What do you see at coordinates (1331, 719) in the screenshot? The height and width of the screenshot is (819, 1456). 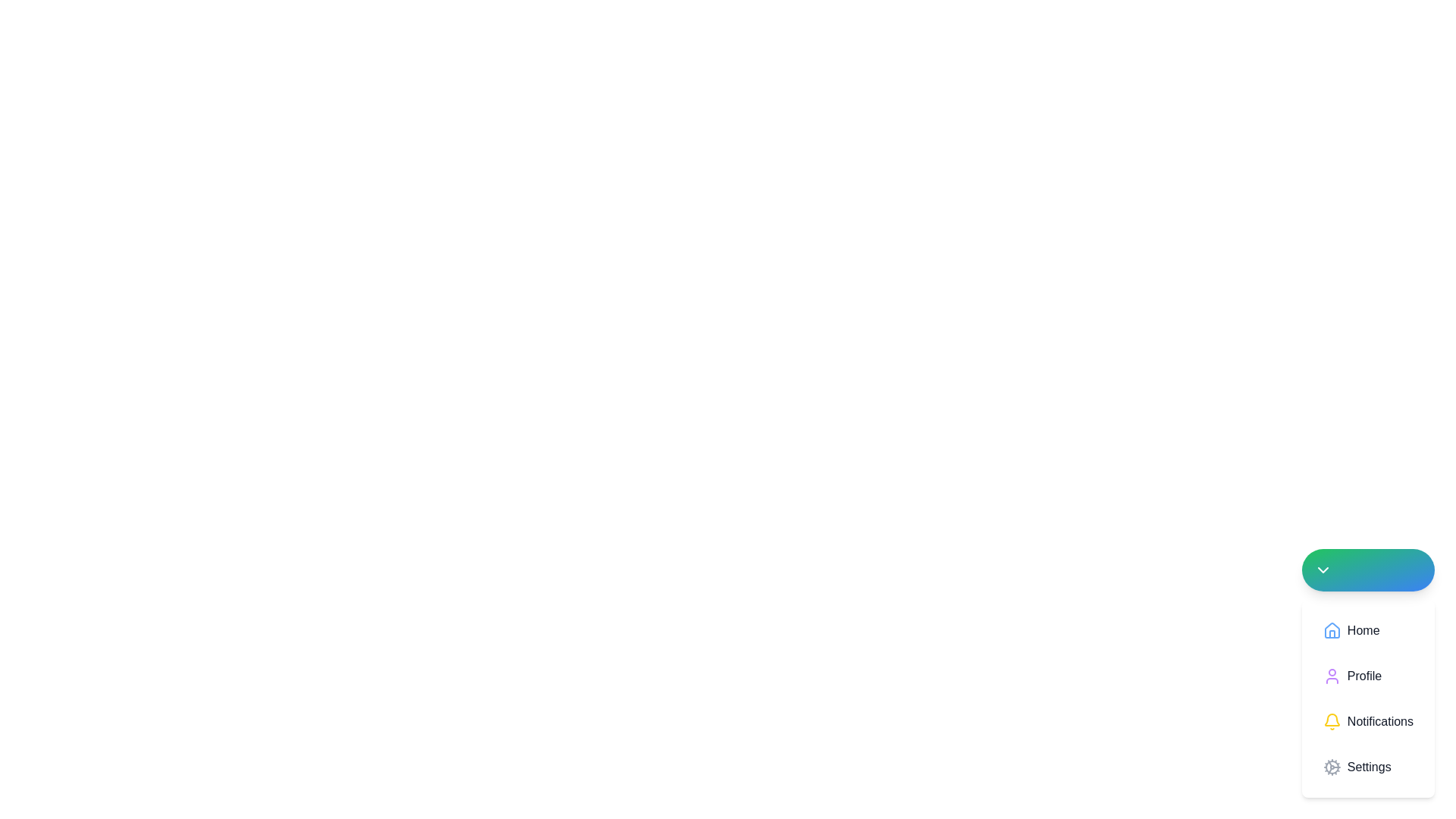 I see `the yellow bell icon in the vertical menu` at bounding box center [1331, 719].